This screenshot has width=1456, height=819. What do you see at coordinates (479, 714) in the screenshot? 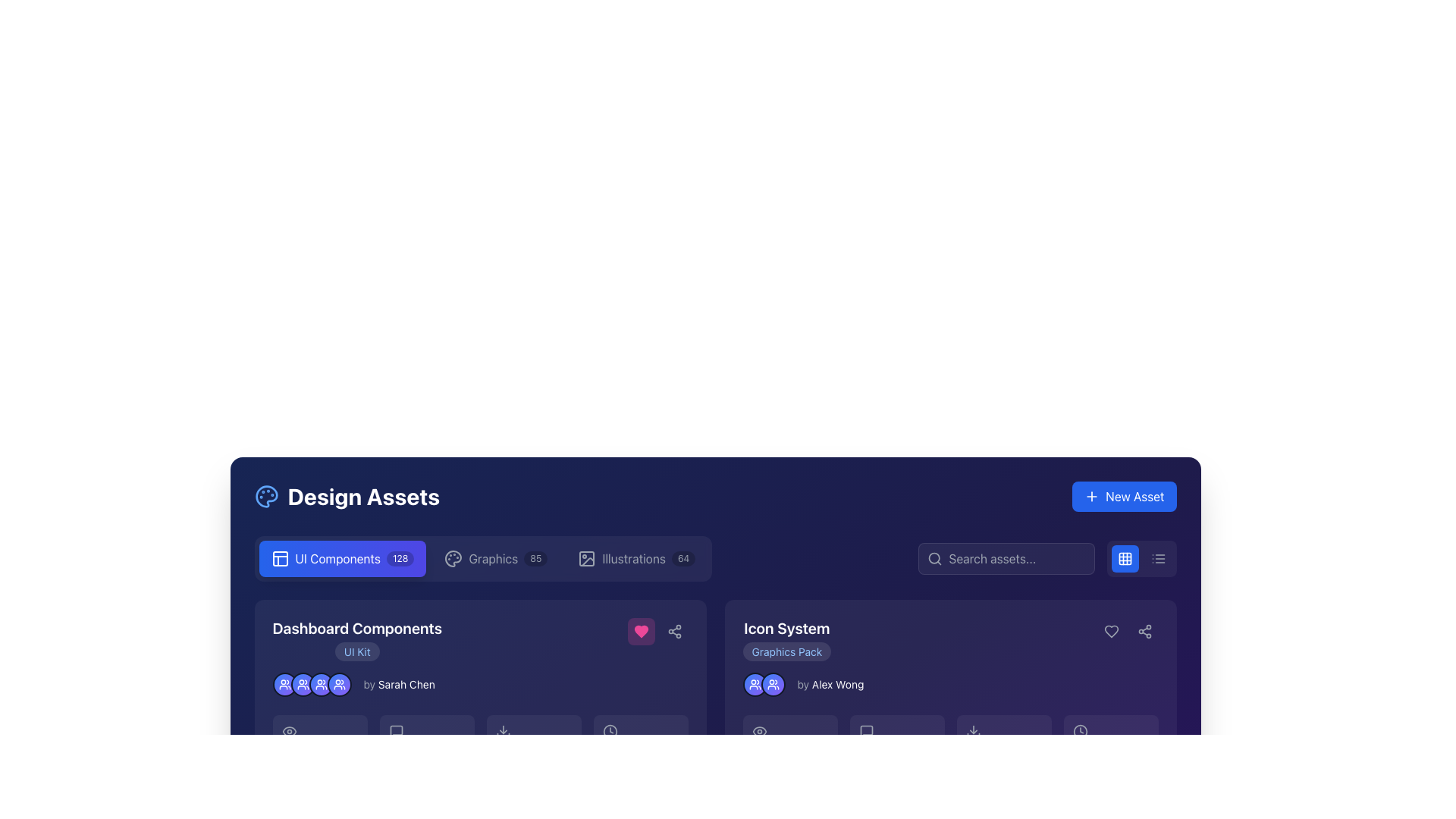
I see `the 'Download' button located within the 'Dashboard Components' card that contains the subtitle 'UI Kit' and the description 'by Sarah Chen'` at bounding box center [479, 714].